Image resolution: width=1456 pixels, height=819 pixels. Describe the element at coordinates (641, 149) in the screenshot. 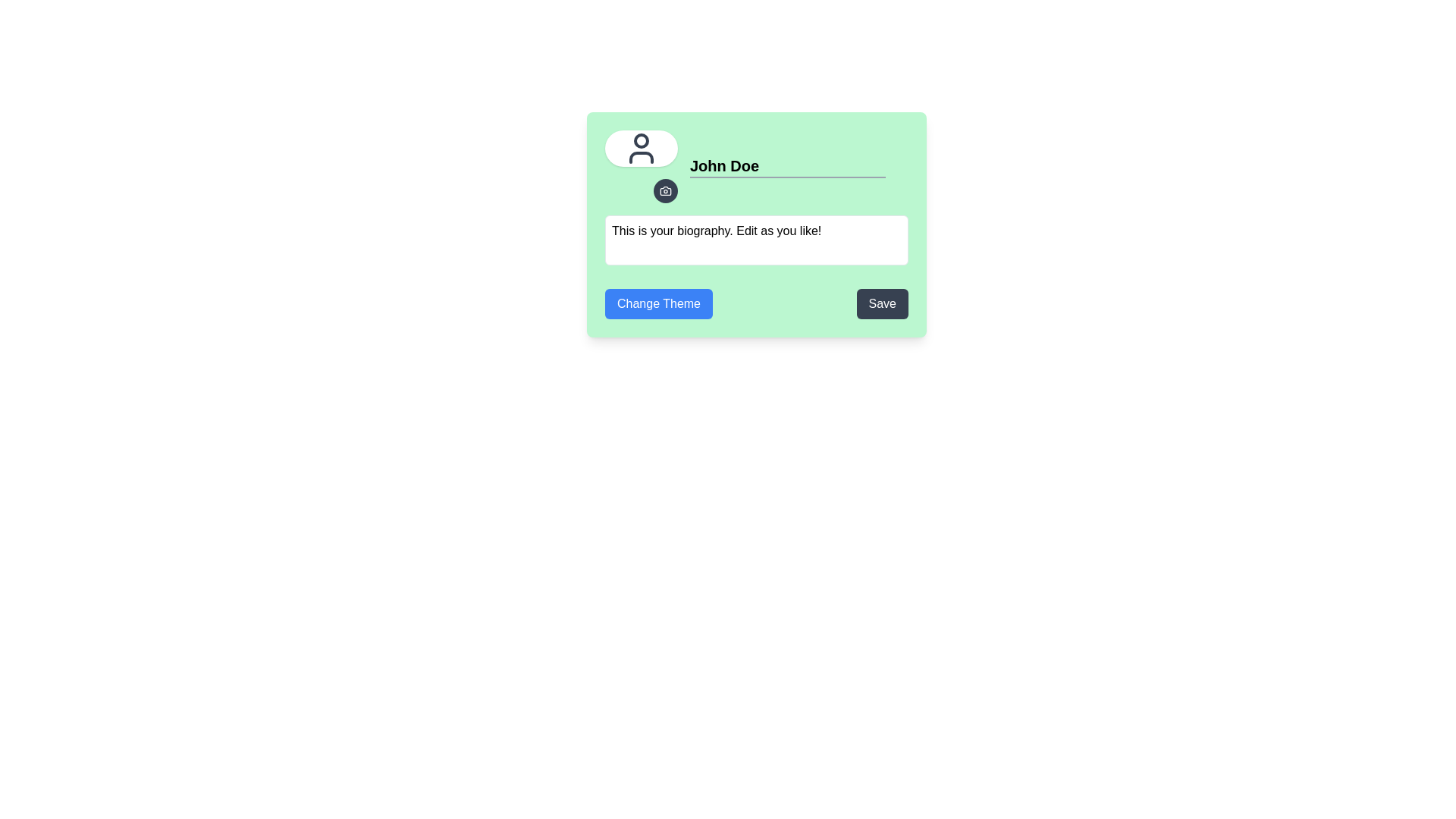

I see `the circular profile icon placeholder, which has a gray stroke and is located at the top-left corner of the green section for user information and editing tools, to initiate interaction` at that location.